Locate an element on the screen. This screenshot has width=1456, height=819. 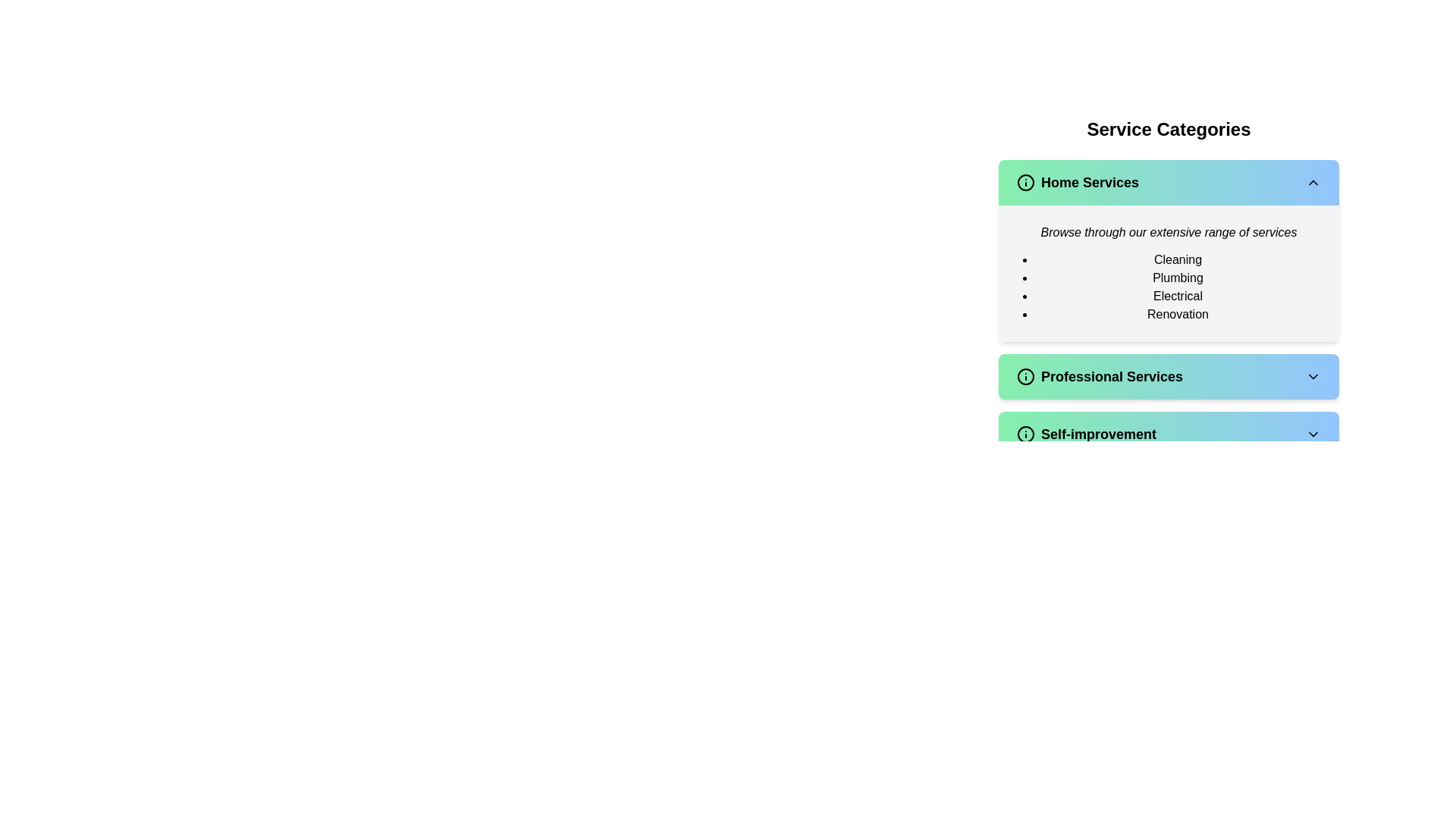
the circular icon with a black outline and green background, featuring an 'i' symbol, located on the left side of the 'Home Services' header text in the 'Service Categories' section is located at coordinates (1026, 181).